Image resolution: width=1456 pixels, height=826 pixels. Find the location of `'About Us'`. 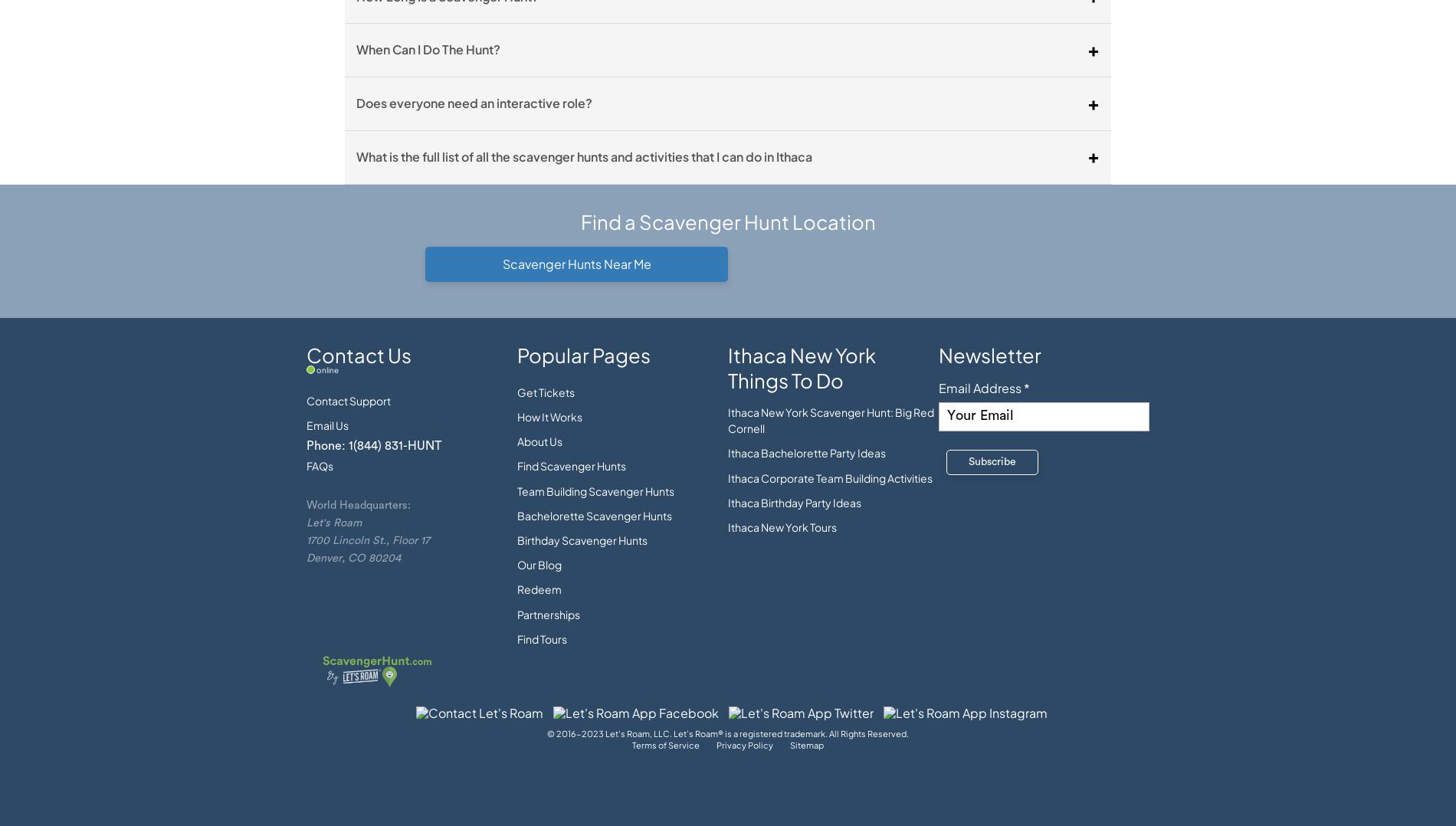

'About Us' is located at coordinates (539, 440).